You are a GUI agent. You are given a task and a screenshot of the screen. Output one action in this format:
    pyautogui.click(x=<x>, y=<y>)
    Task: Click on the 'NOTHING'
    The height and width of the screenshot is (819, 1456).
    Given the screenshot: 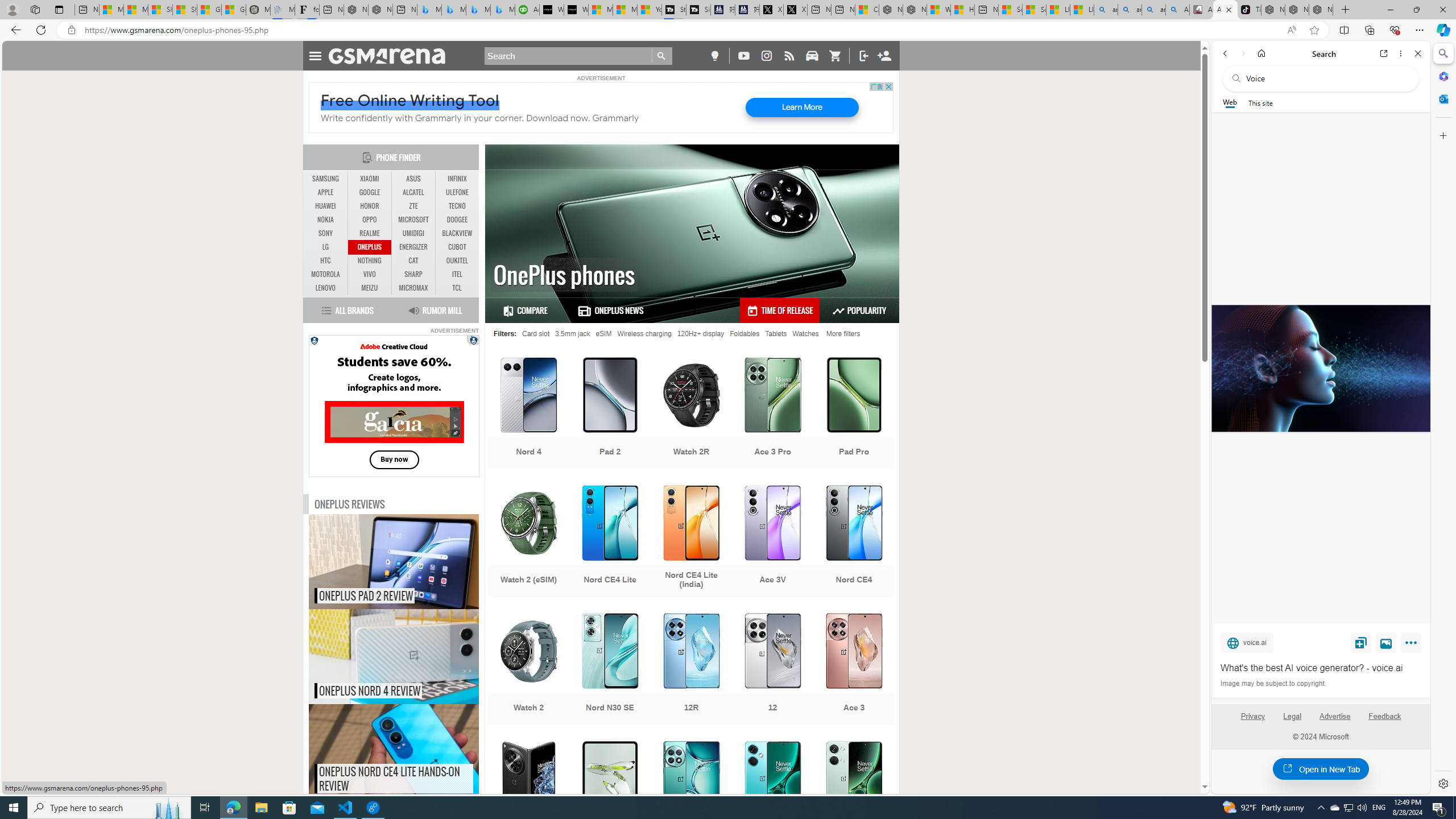 What is the action you would take?
    pyautogui.click(x=369, y=261)
    